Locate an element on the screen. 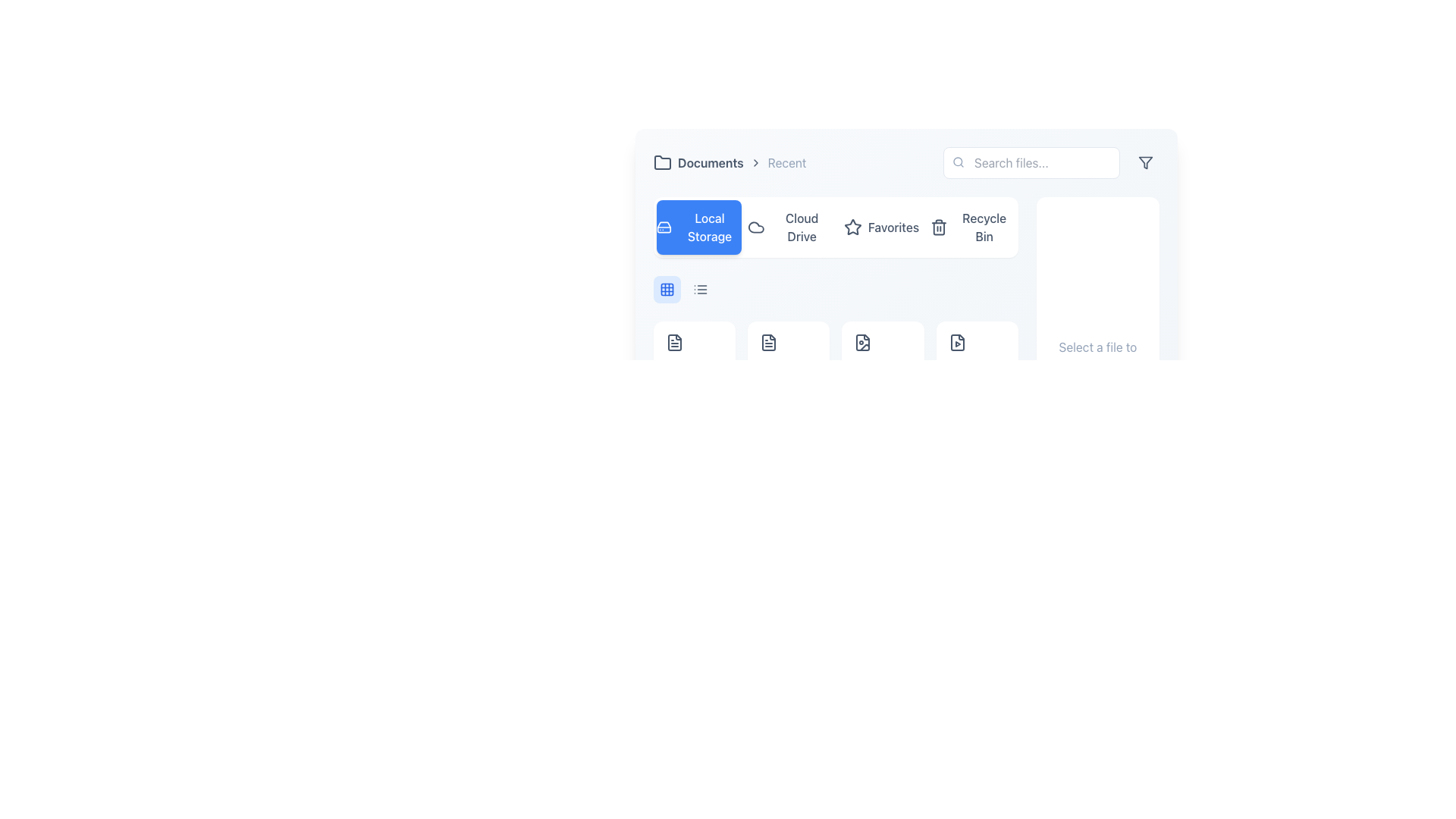 The height and width of the screenshot is (819, 1456). the filter icon button, which is a small funnel-shaped icon outlined in dark color located at the top-right corner of the interface is located at coordinates (1146, 163).